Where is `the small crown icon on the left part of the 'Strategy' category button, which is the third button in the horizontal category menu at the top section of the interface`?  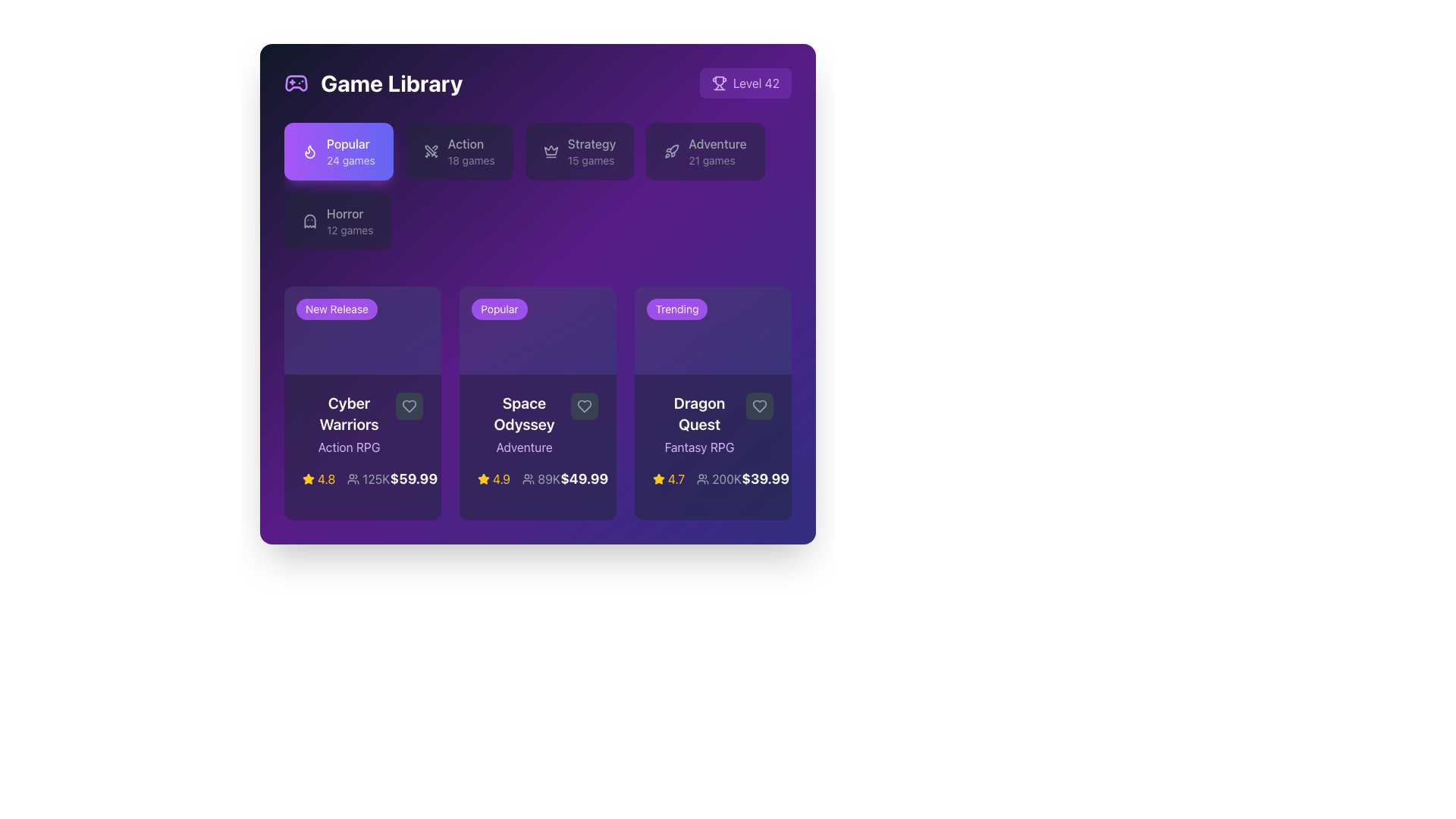
the small crown icon on the left part of the 'Strategy' category button, which is the third button in the horizontal category menu at the top section of the interface is located at coordinates (550, 152).